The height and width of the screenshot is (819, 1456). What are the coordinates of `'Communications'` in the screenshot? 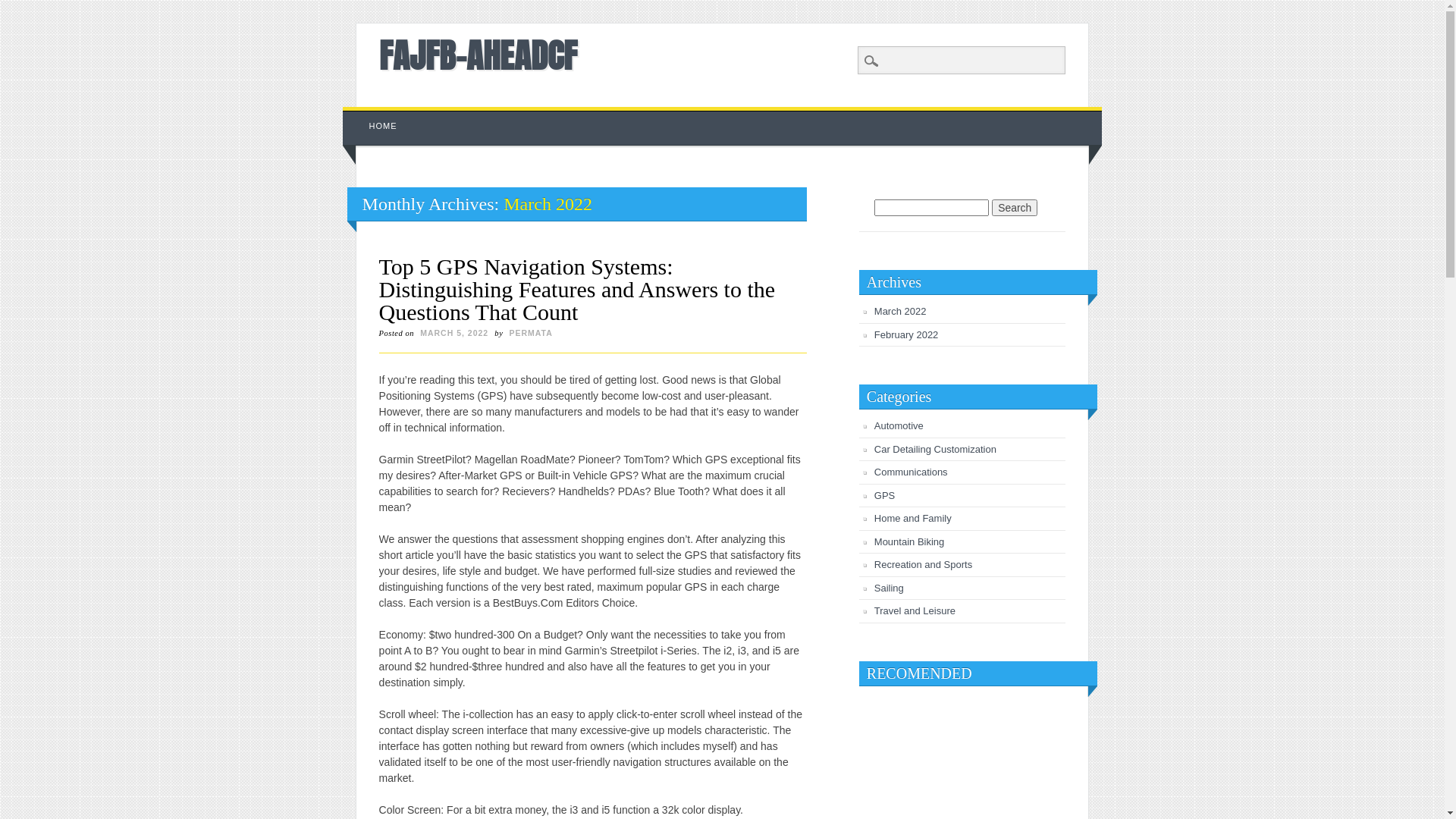 It's located at (910, 471).